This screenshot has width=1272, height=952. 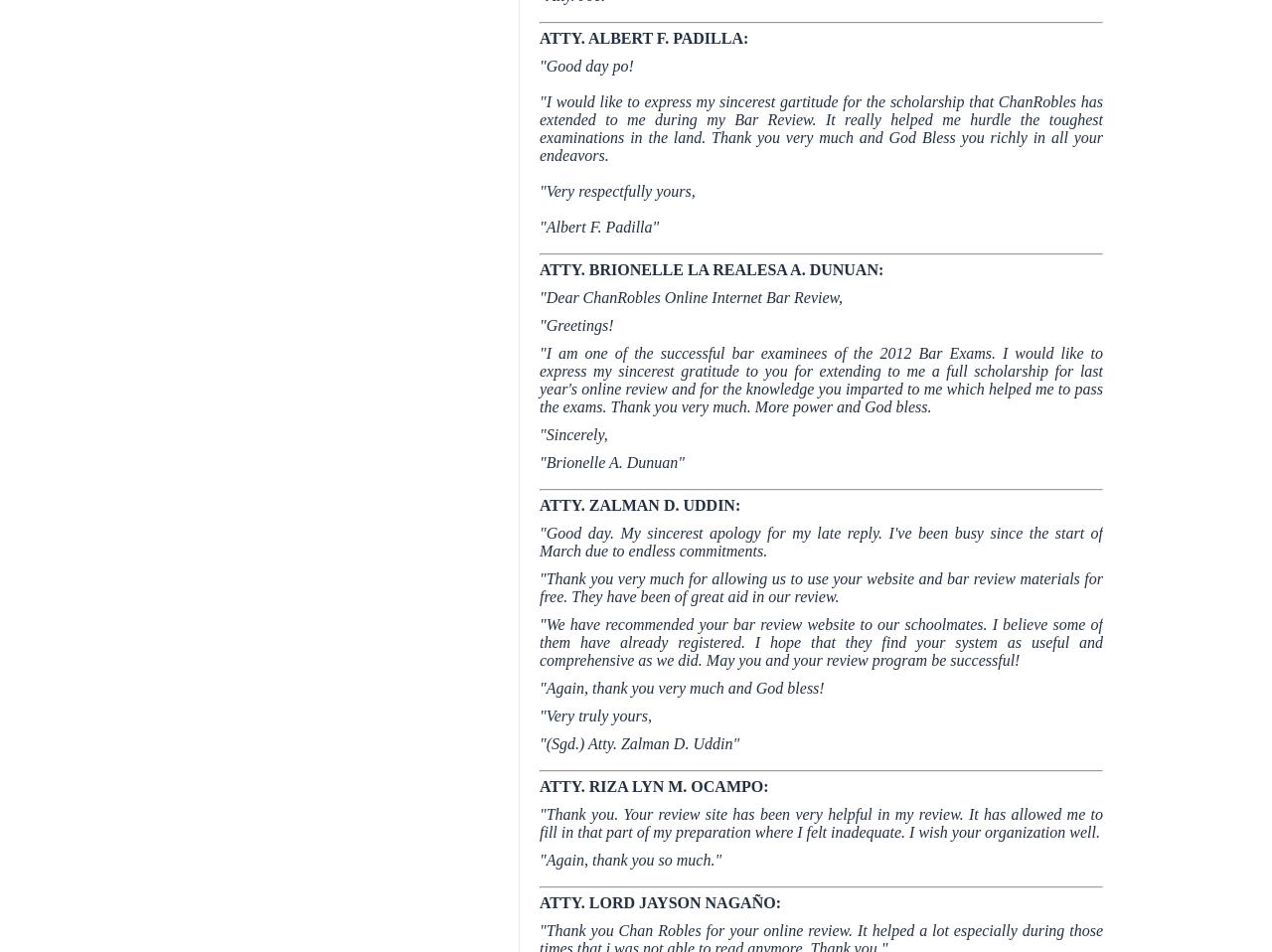 What do you see at coordinates (594, 226) in the screenshot?
I see `'"Albert F. Padilla'` at bounding box center [594, 226].